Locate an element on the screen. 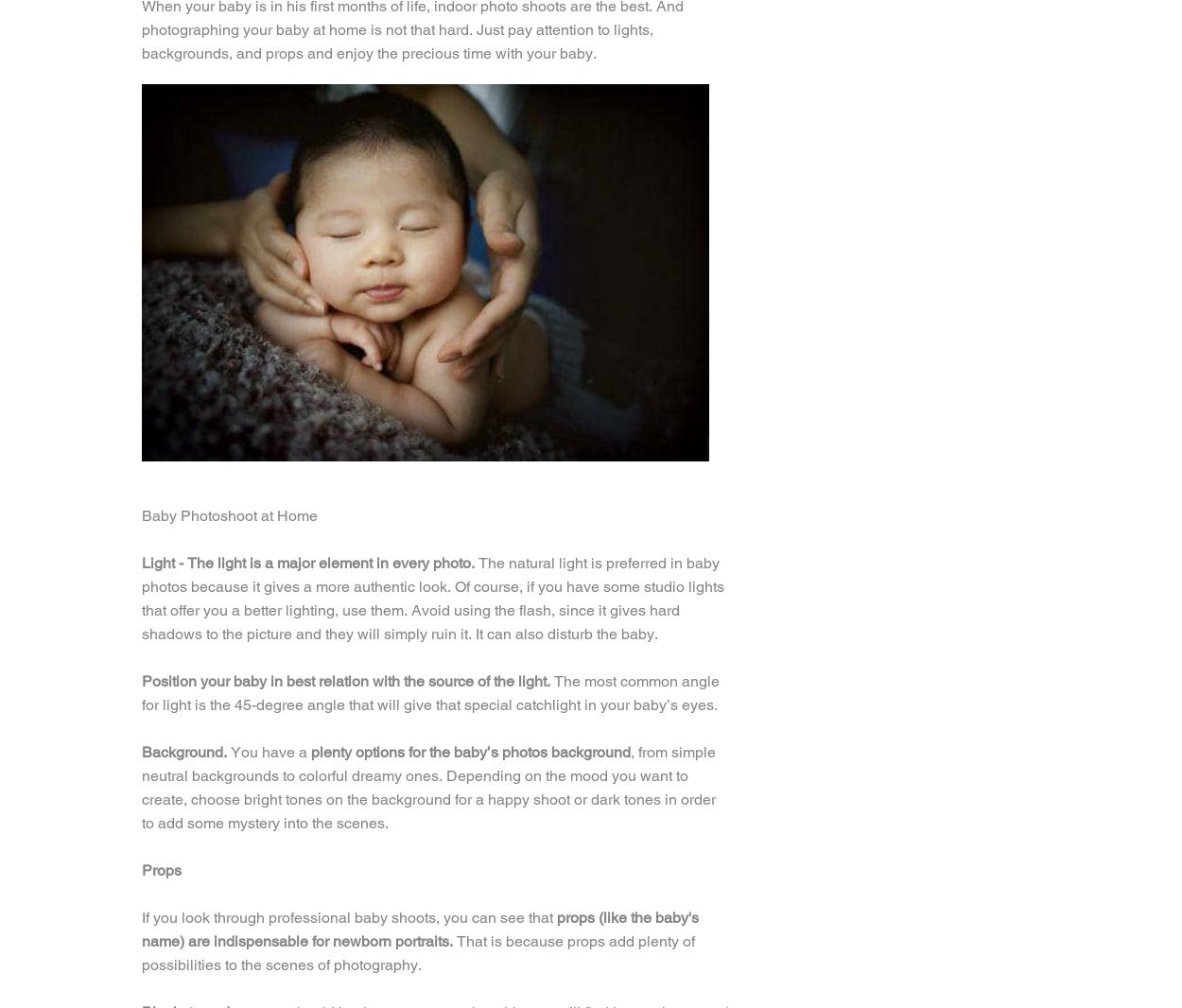 The width and height of the screenshot is (1182, 1008). 'Position your baby in best relation with the source of the ligh' is located at coordinates (341, 680).